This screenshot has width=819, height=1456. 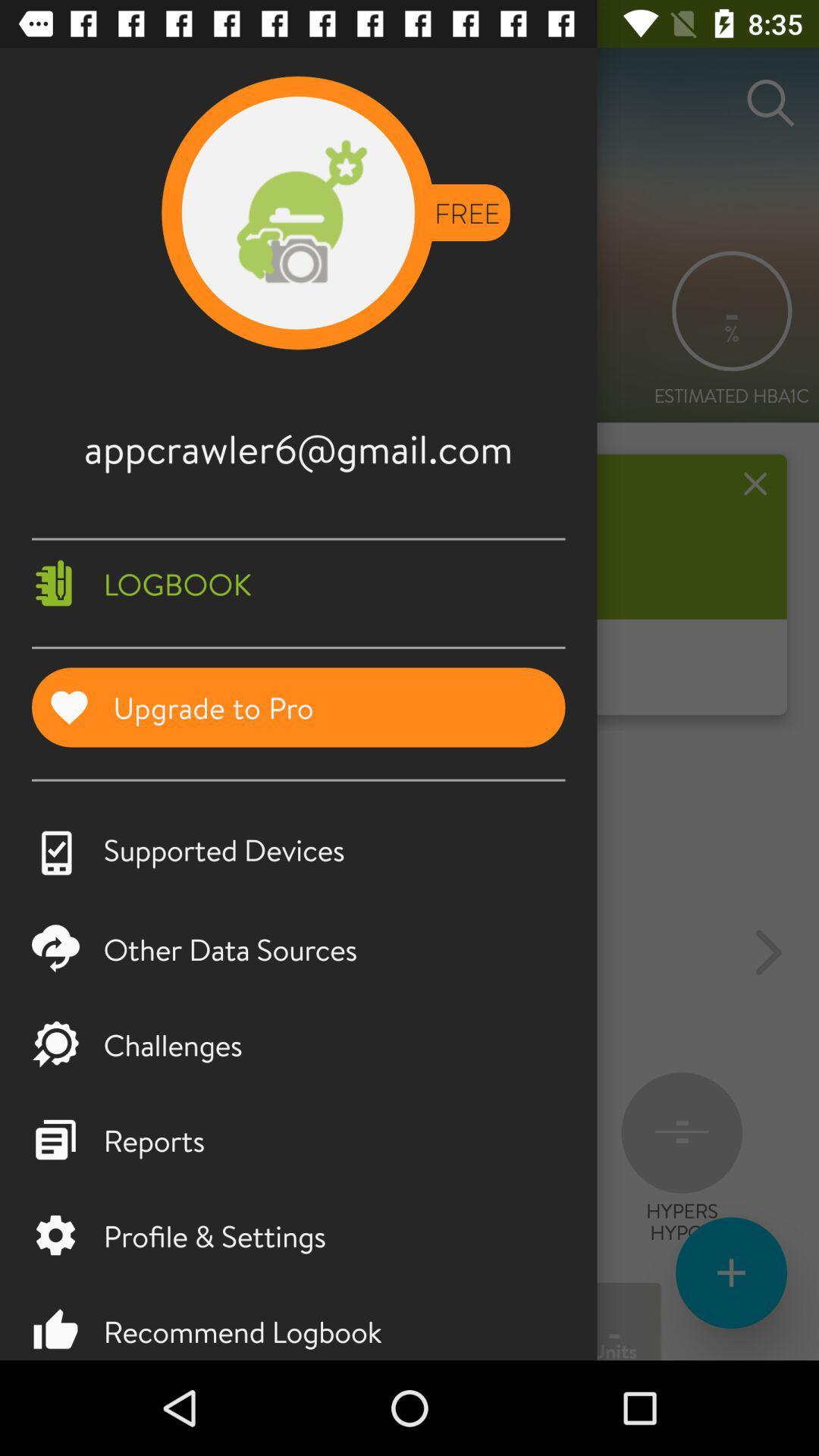 What do you see at coordinates (730, 1272) in the screenshot?
I see `the add icon` at bounding box center [730, 1272].